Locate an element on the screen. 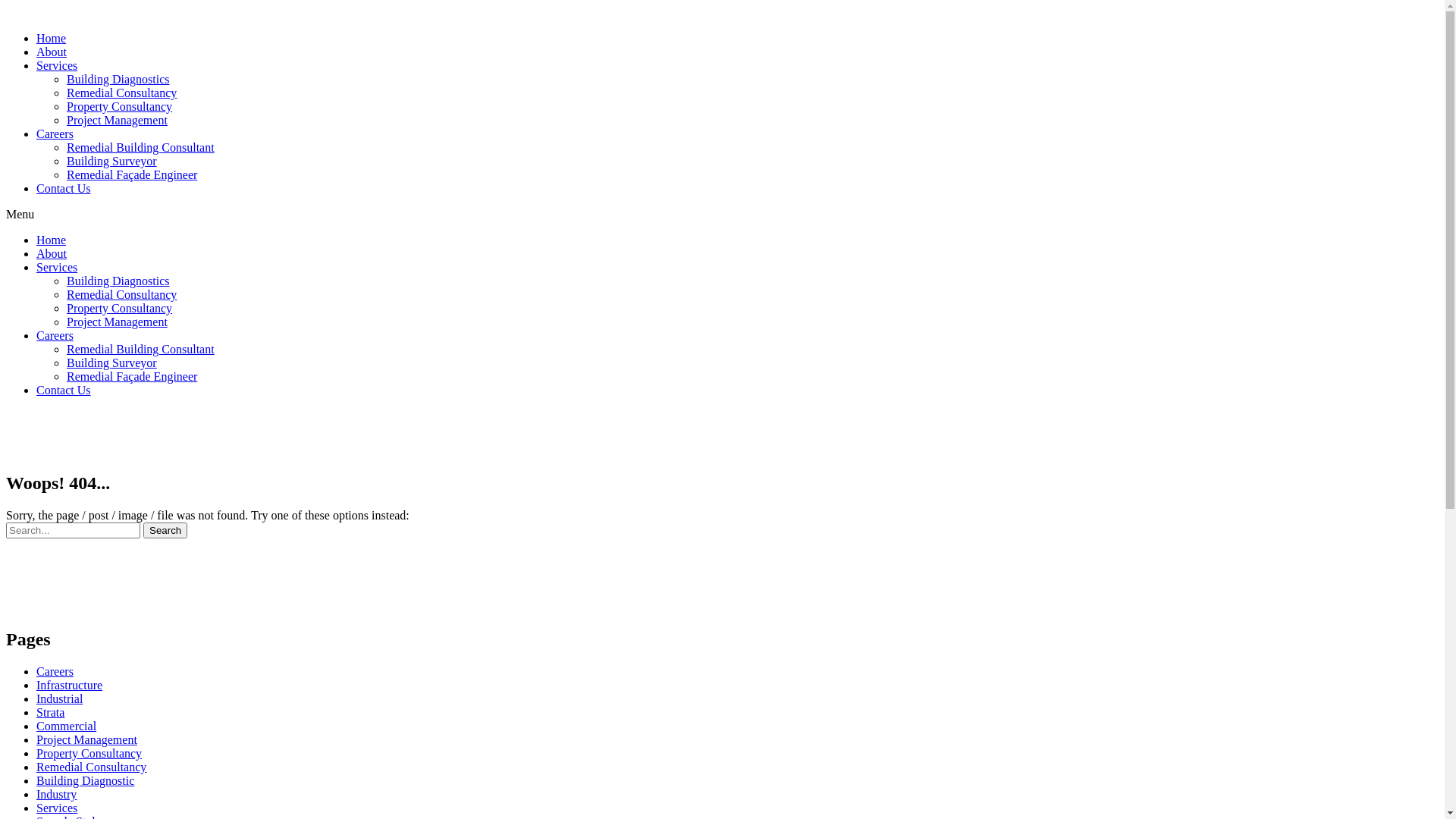 The height and width of the screenshot is (819, 1456). 'Home' is located at coordinates (51, 239).